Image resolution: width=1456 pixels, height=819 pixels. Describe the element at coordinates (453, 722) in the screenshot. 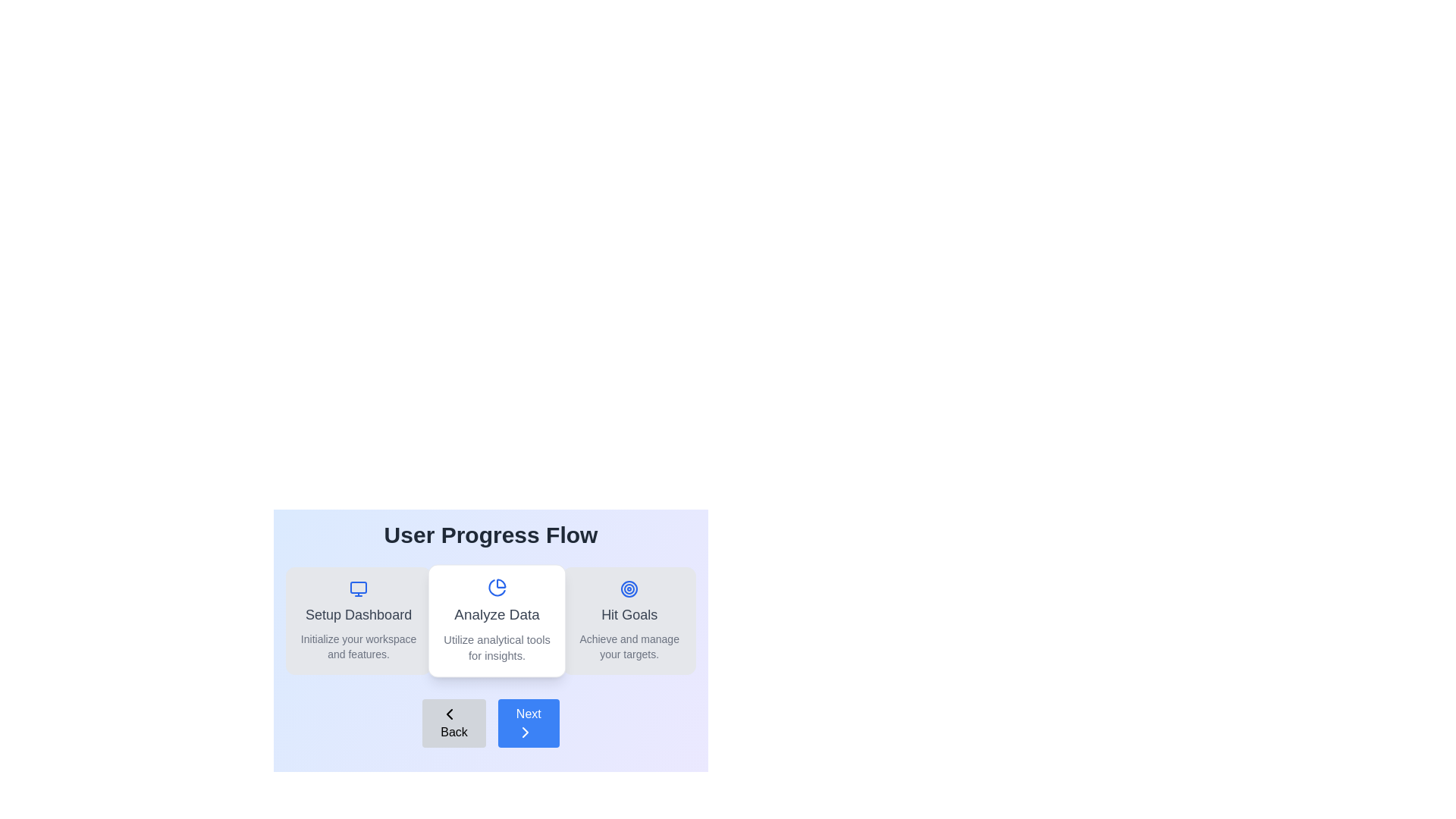

I see `'Back' button to navigate to the previous step` at that location.